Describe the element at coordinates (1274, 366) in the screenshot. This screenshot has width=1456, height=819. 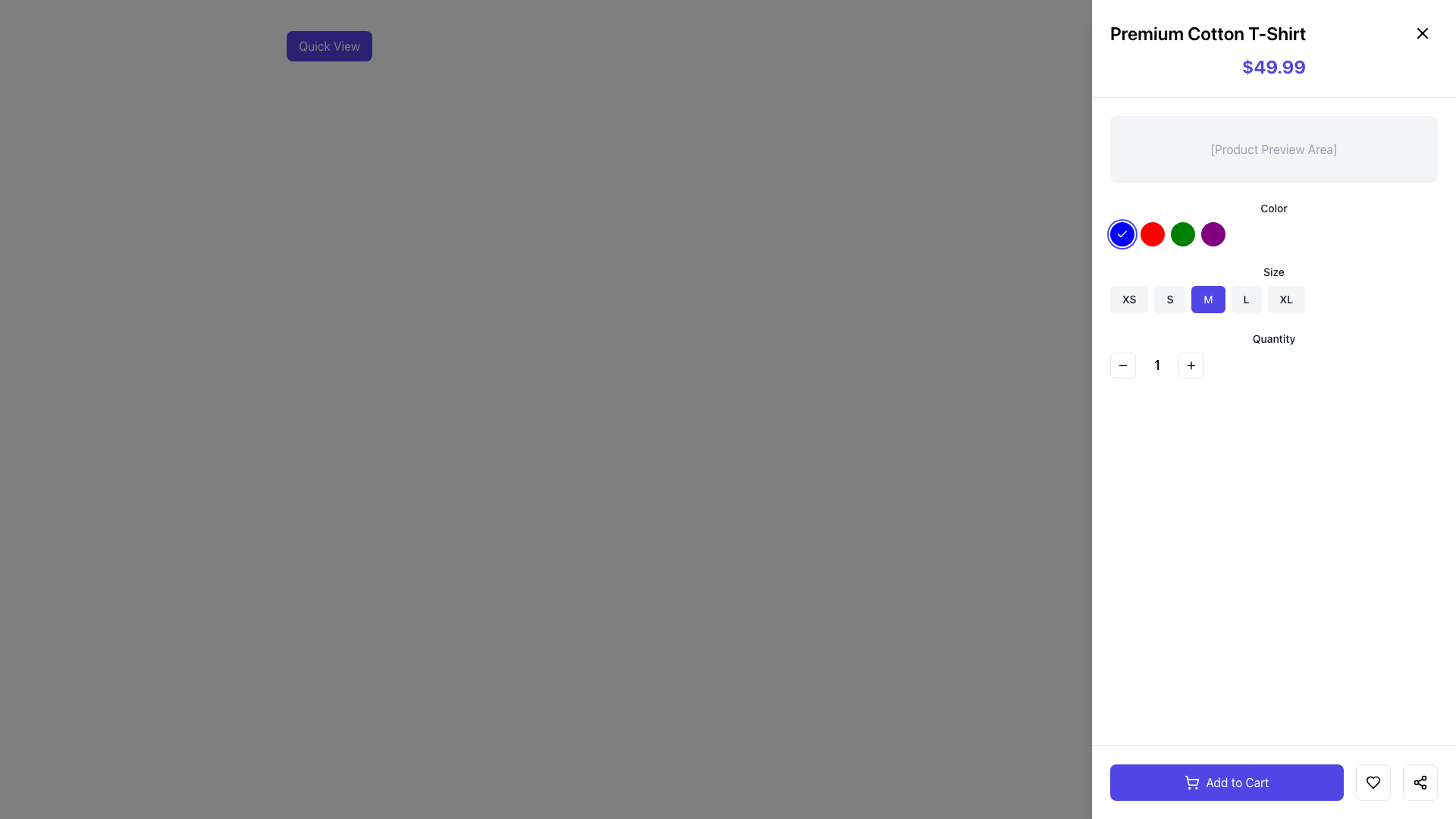
I see `the quantity control section buttons` at that location.